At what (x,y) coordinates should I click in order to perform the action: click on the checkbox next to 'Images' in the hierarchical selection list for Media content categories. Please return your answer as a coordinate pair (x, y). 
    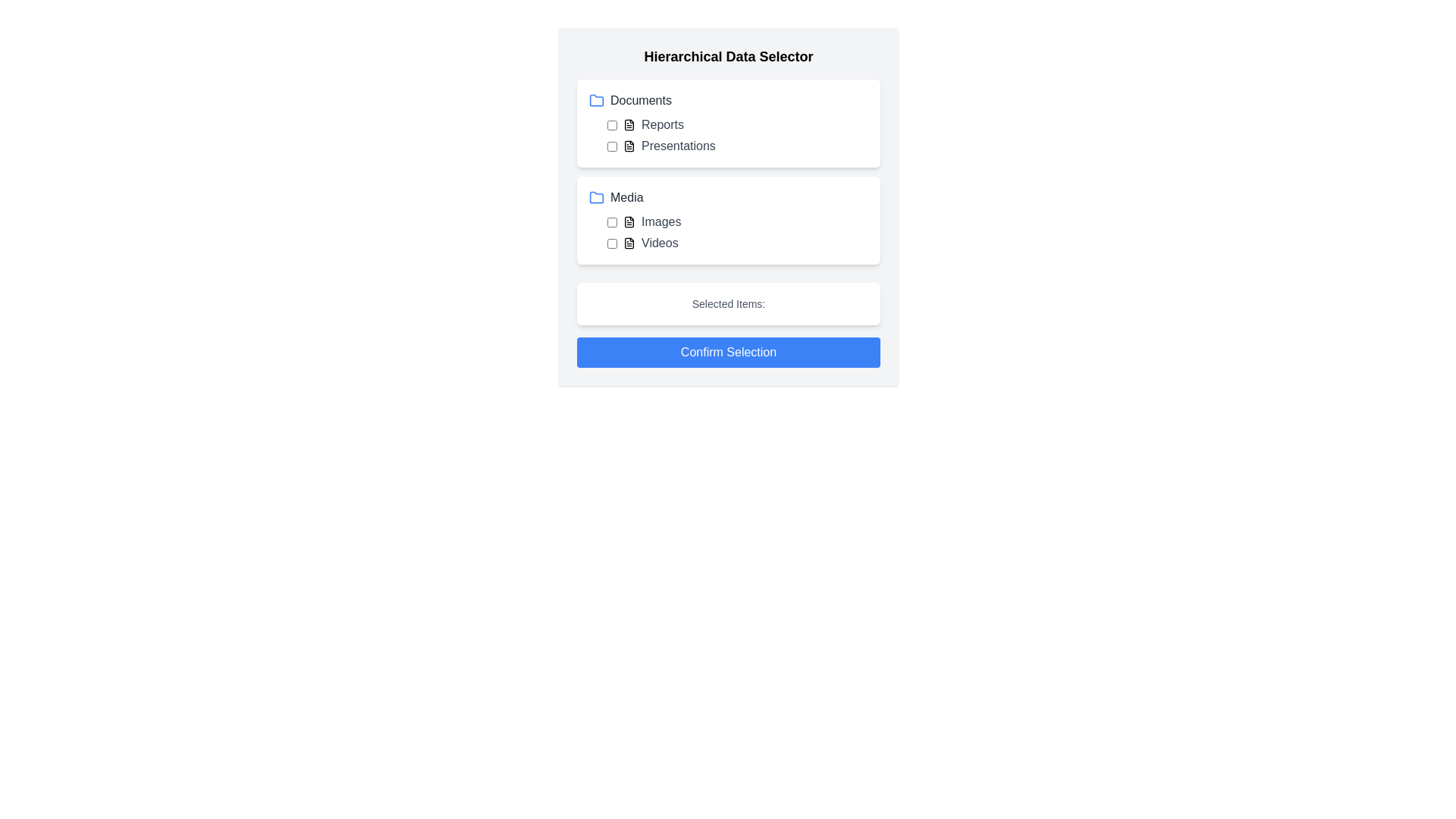
    Looking at the image, I should click on (728, 220).